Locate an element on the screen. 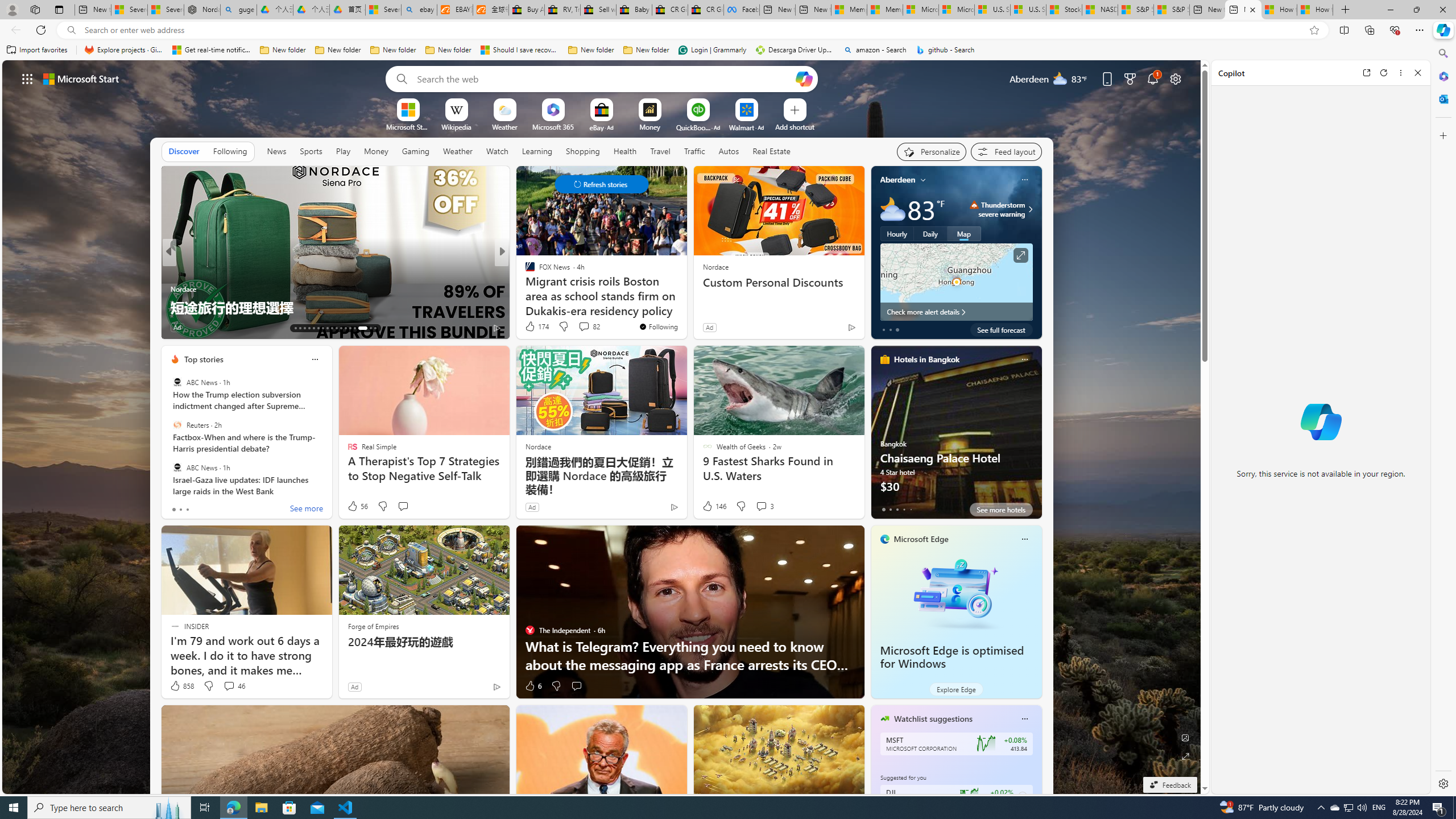 Image resolution: width=1456 pixels, height=819 pixels. 'Watchlist suggestions' is located at coordinates (932, 718).